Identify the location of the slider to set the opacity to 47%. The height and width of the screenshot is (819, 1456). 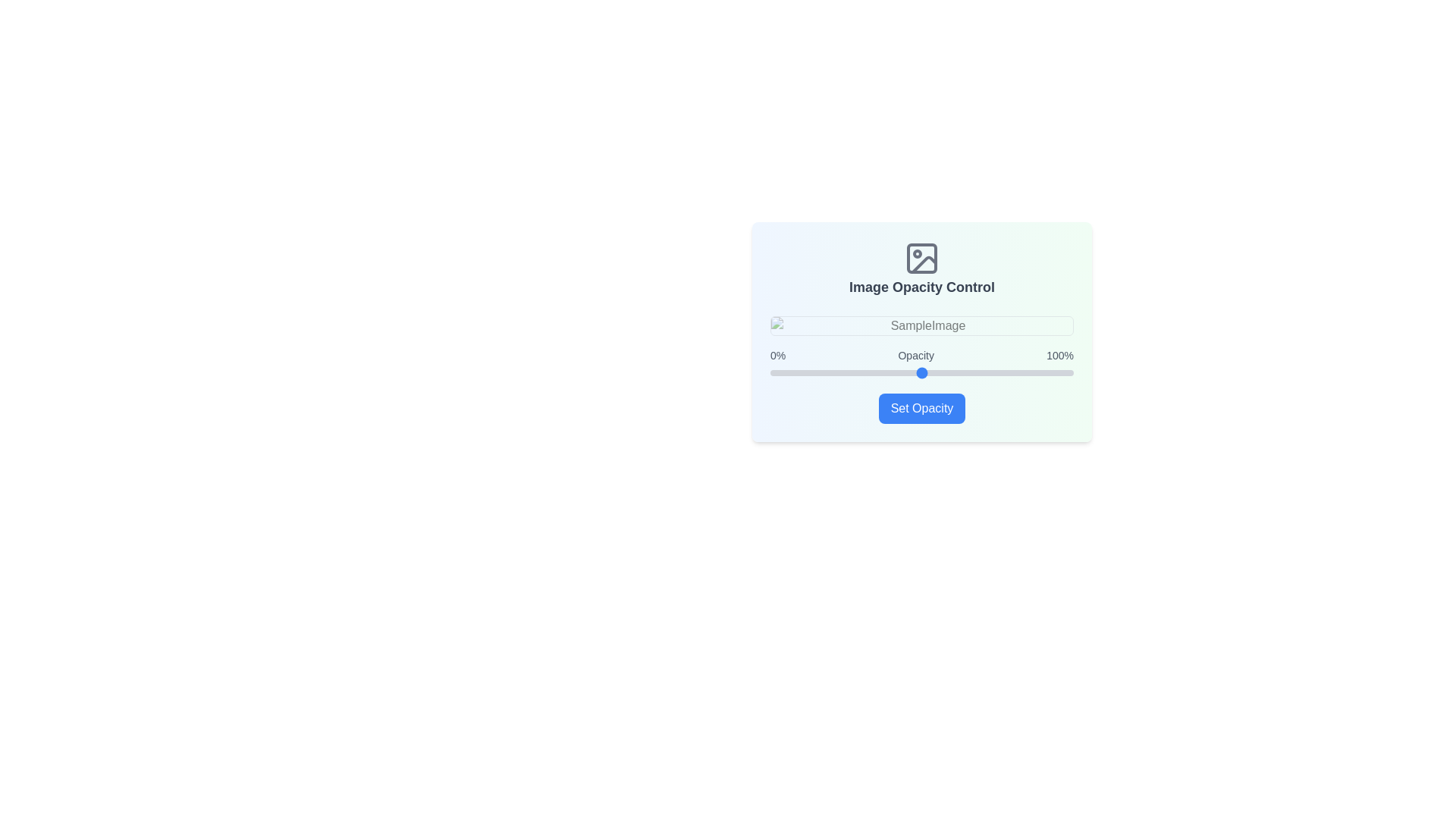
(912, 373).